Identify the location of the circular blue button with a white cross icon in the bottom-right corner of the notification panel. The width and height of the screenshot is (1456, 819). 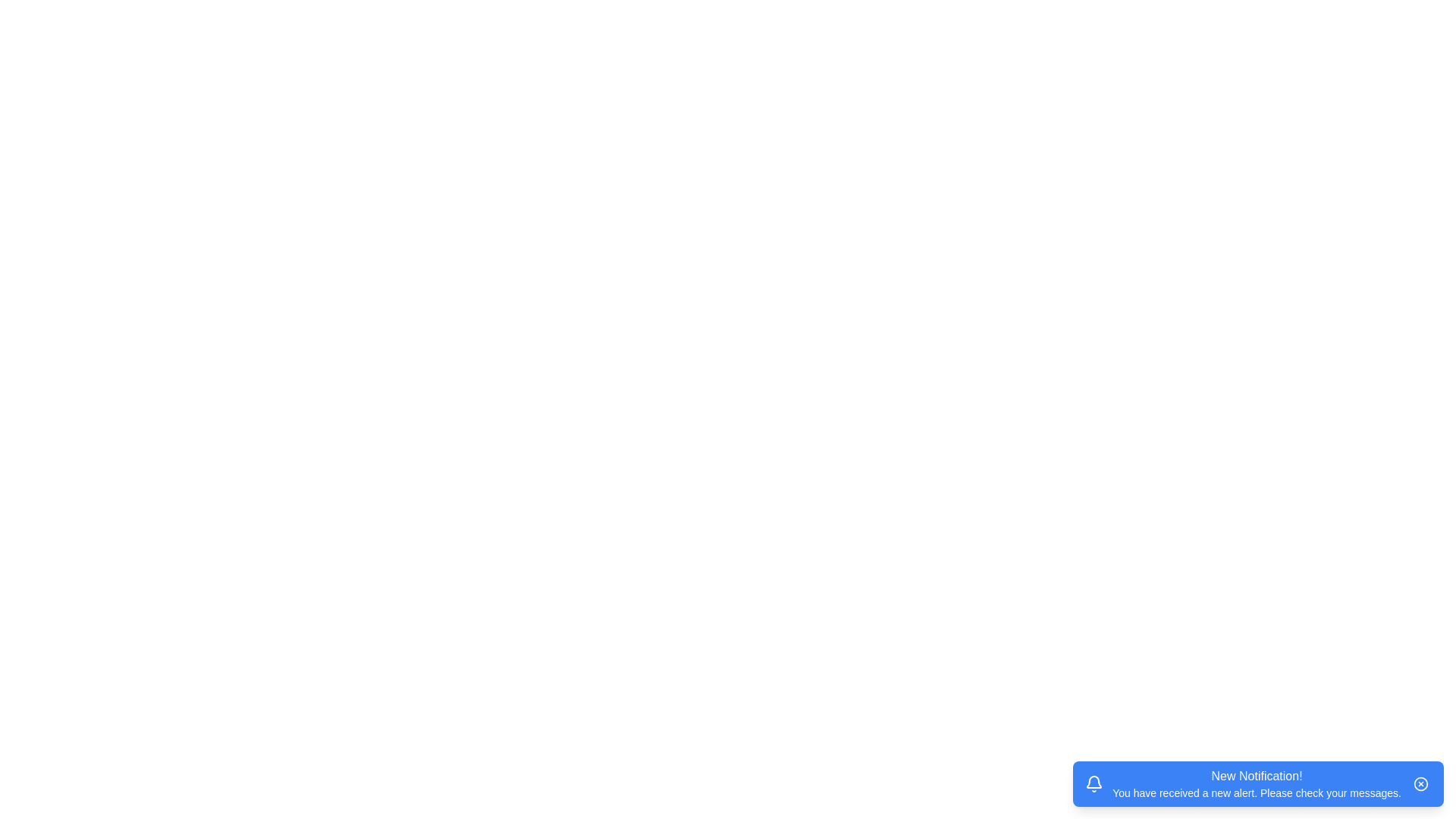
(1420, 783).